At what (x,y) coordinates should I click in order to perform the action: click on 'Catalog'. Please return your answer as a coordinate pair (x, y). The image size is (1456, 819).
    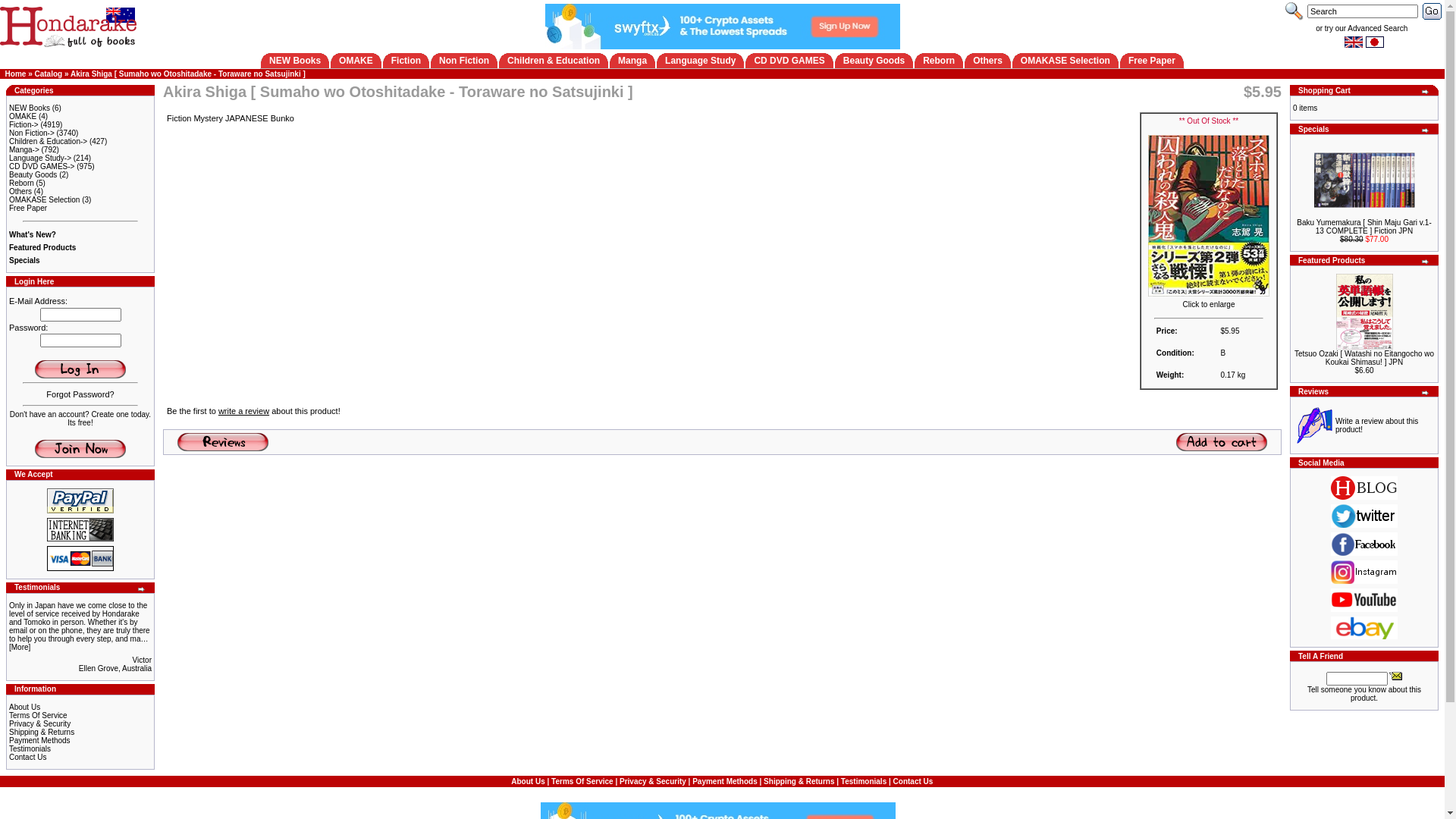
    Looking at the image, I should click on (48, 74).